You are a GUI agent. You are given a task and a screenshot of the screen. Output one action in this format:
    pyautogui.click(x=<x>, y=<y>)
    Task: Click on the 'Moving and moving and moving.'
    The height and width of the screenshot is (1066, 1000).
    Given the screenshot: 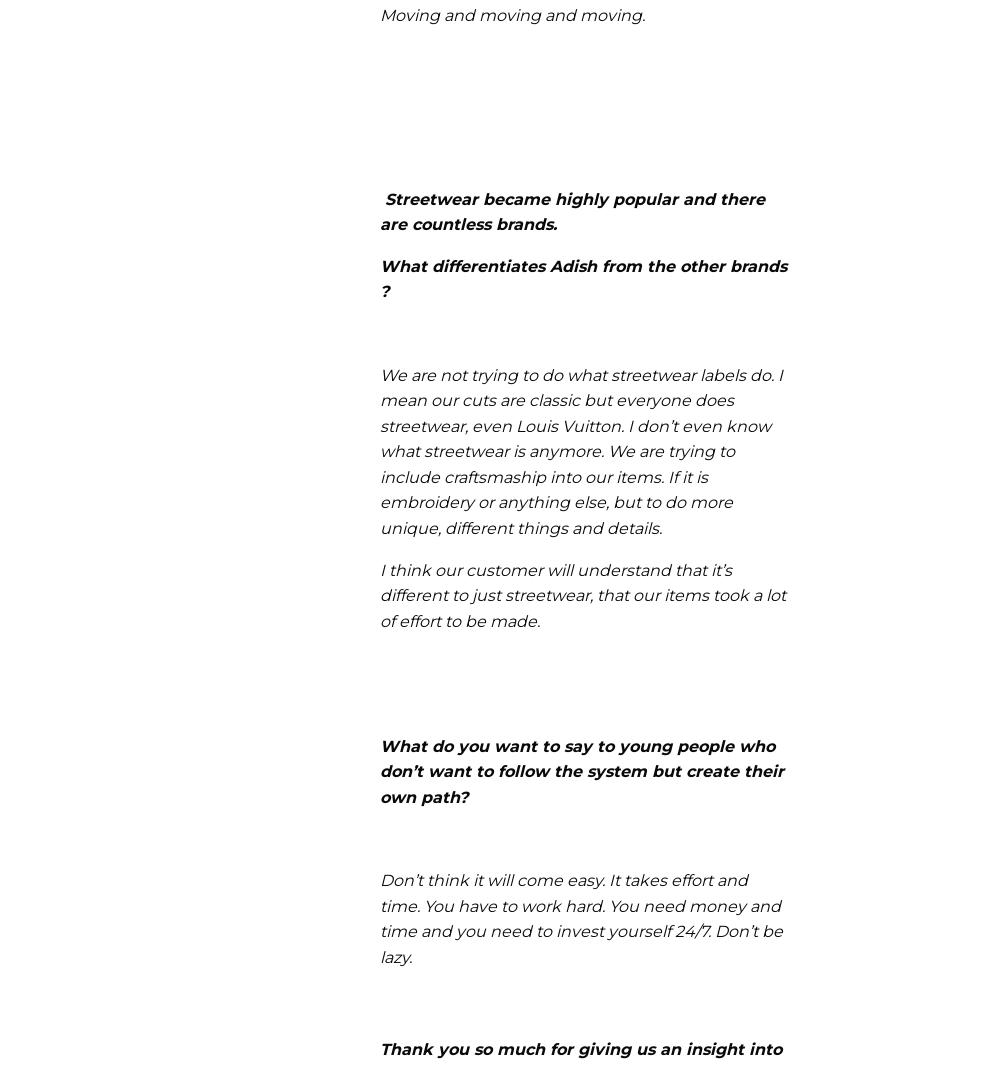 What is the action you would take?
    pyautogui.click(x=512, y=13)
    